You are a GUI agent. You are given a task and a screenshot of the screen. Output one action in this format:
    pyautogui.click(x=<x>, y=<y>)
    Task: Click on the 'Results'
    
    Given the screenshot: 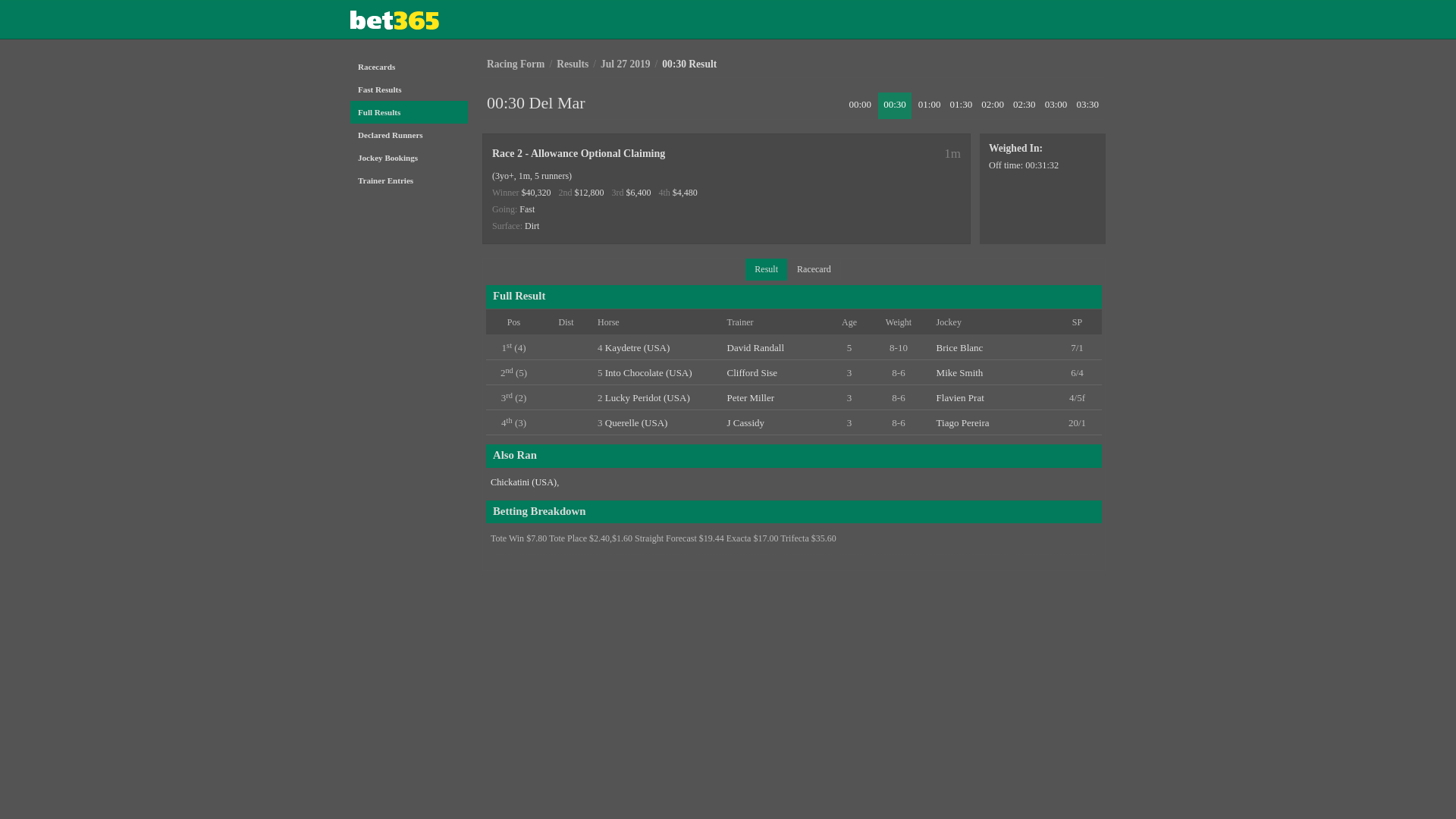 What is the action you would take?
    pyautogui.click(x=571, y=63)
    